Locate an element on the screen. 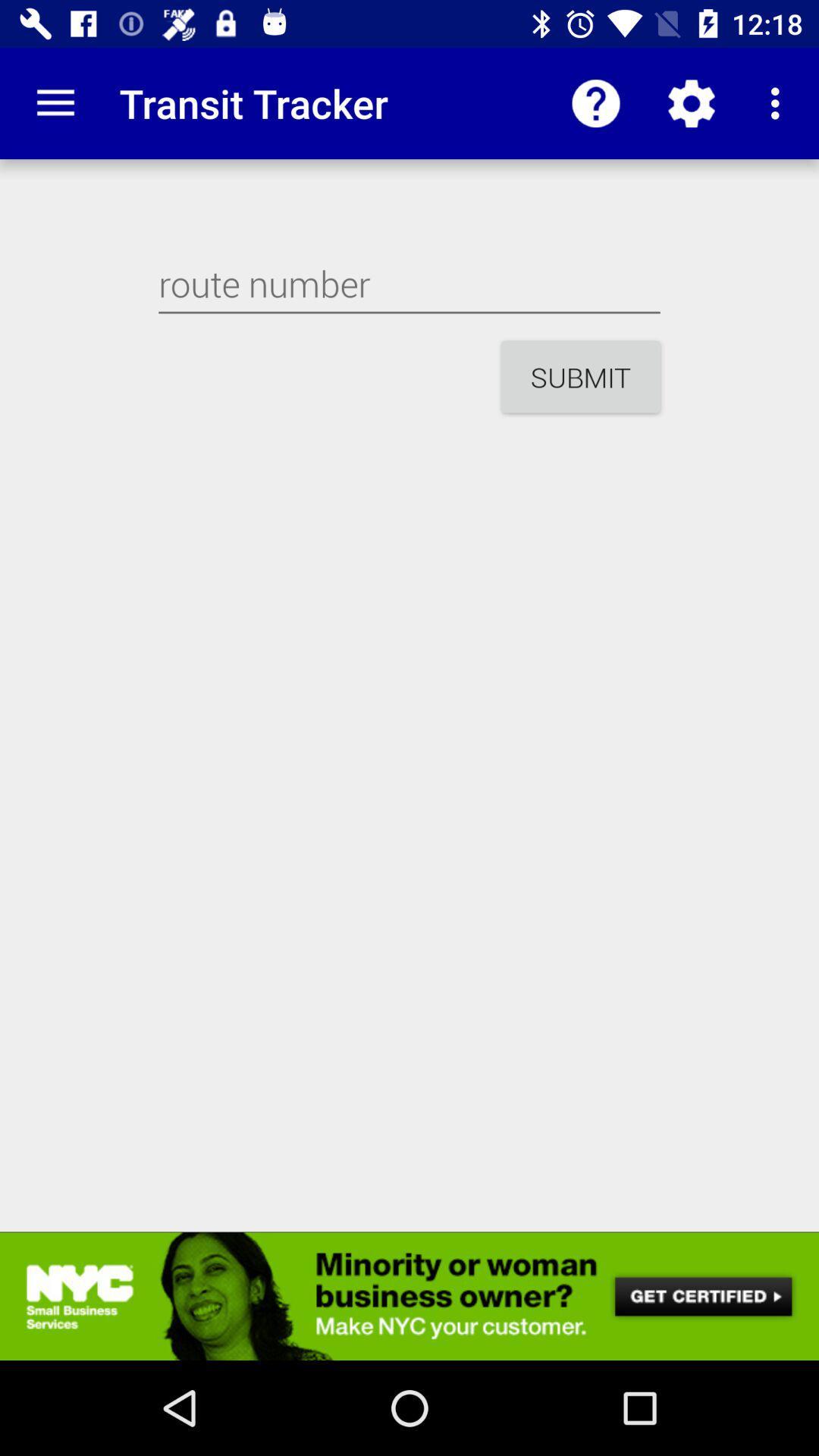 The image size is (819, 1456). fill the line is located at coordinates (409, 284).